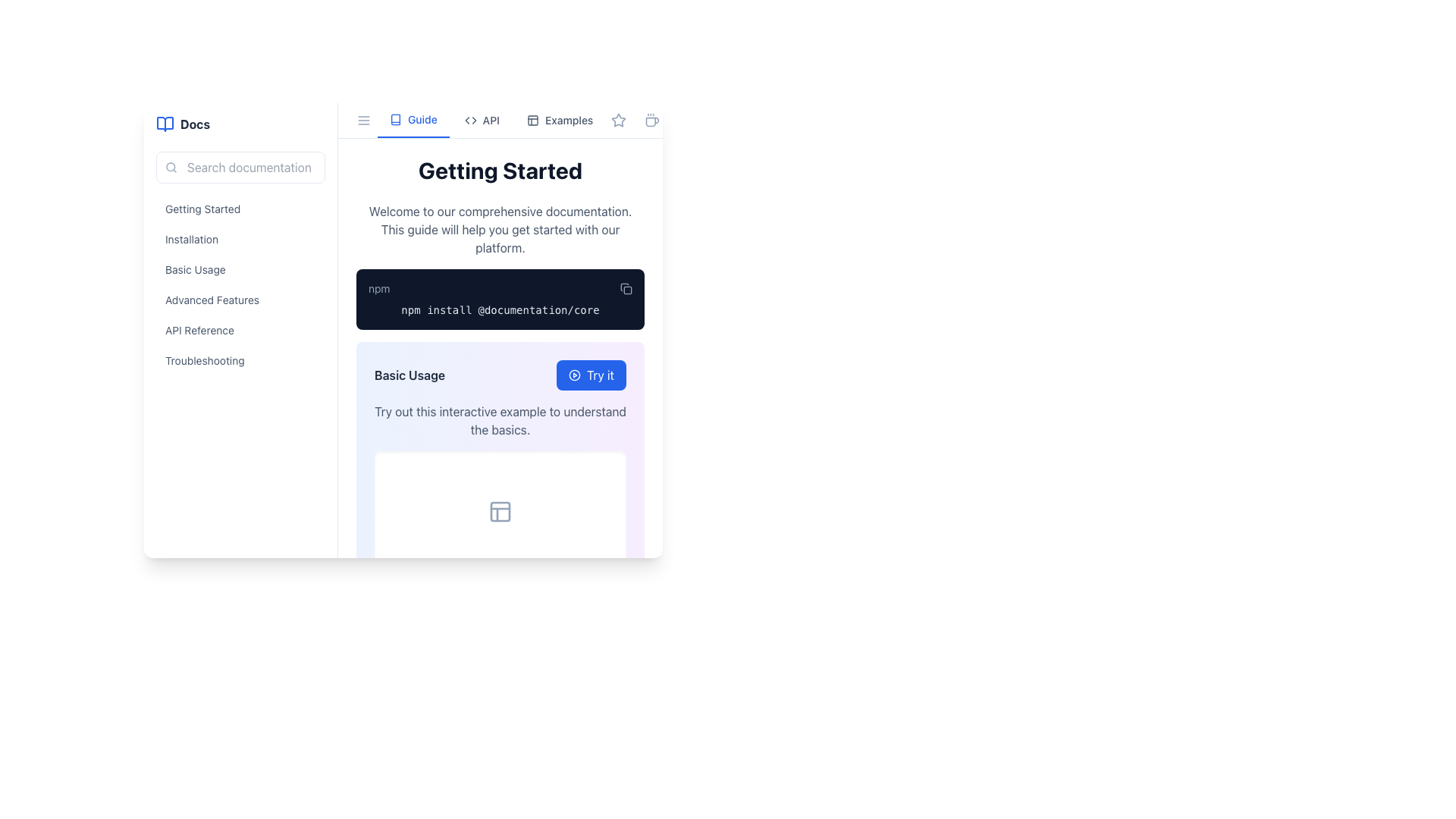 Image resolution: width=1456 pixels, height=819 pixels. What do you see at coordinates (500, 299) in the screenshot?
I see `the copy icon in the code snippet box designed for displaying terminal commands, located in the 'Getting Started' section of the documentation interface` at bounding box center [500, 299].